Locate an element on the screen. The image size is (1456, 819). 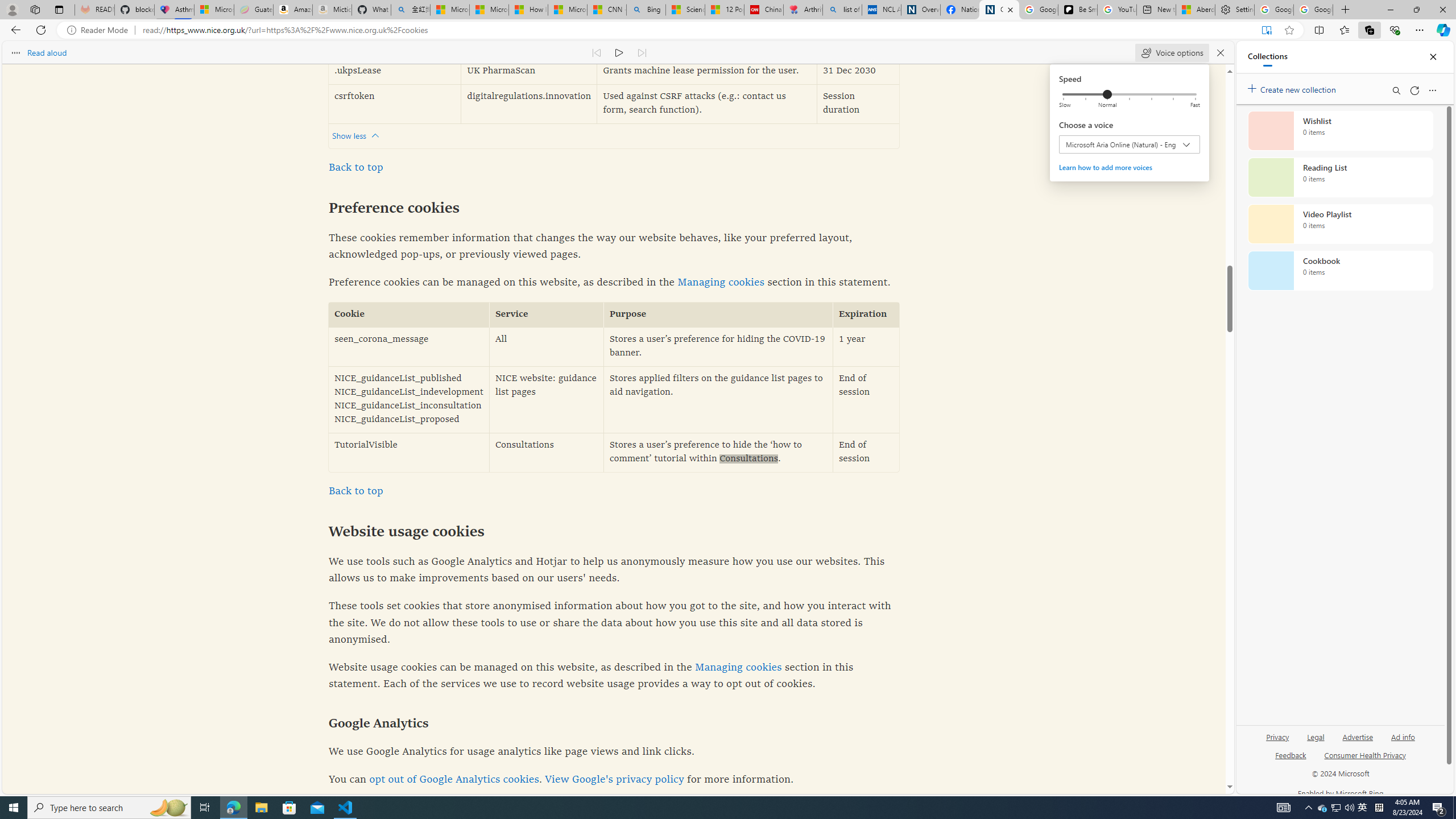
'Ad info' is located at coordinates (1403, 736).